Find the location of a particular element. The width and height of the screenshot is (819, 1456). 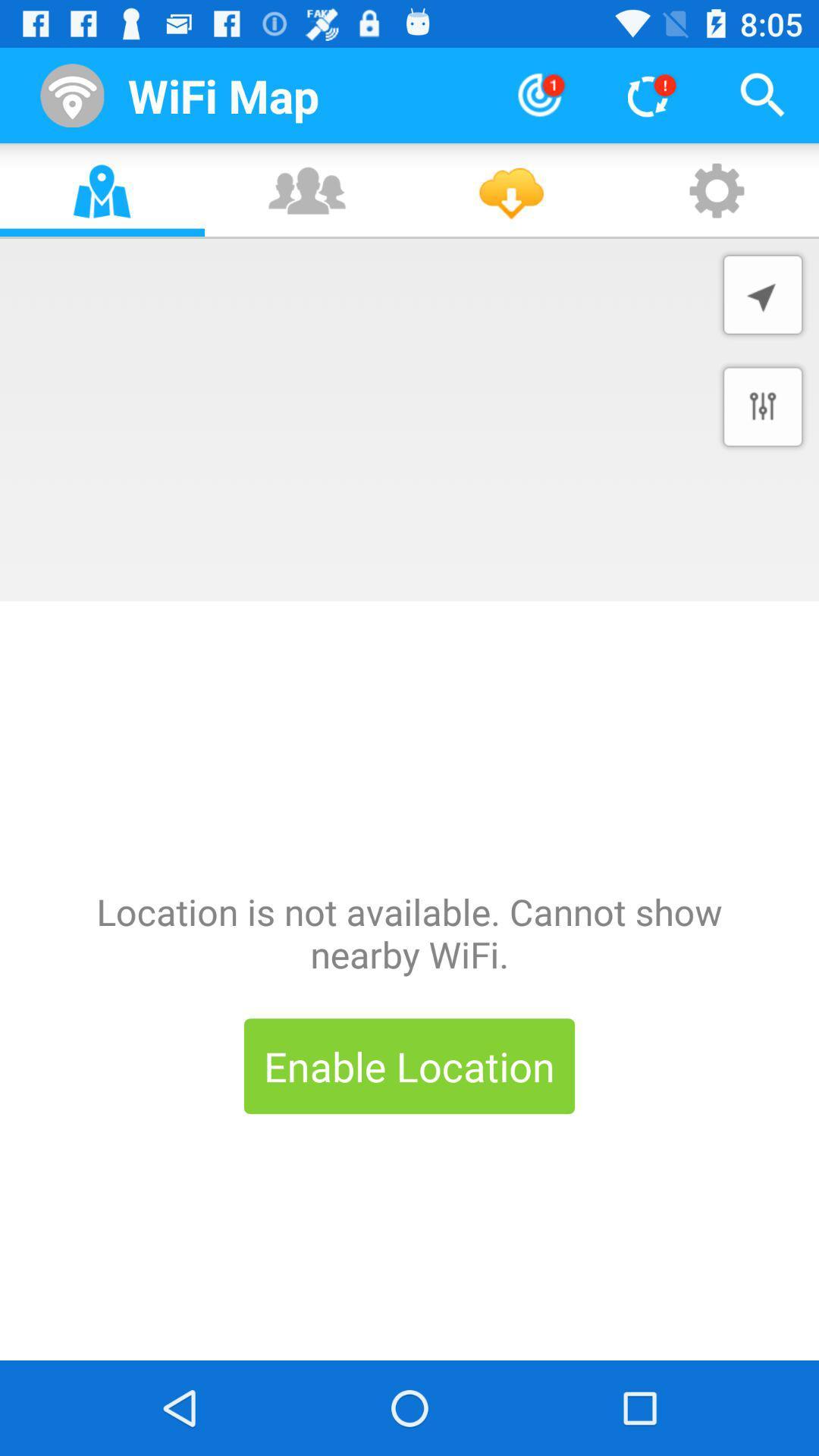

the sliders icon is located at coordinates (763, 406).